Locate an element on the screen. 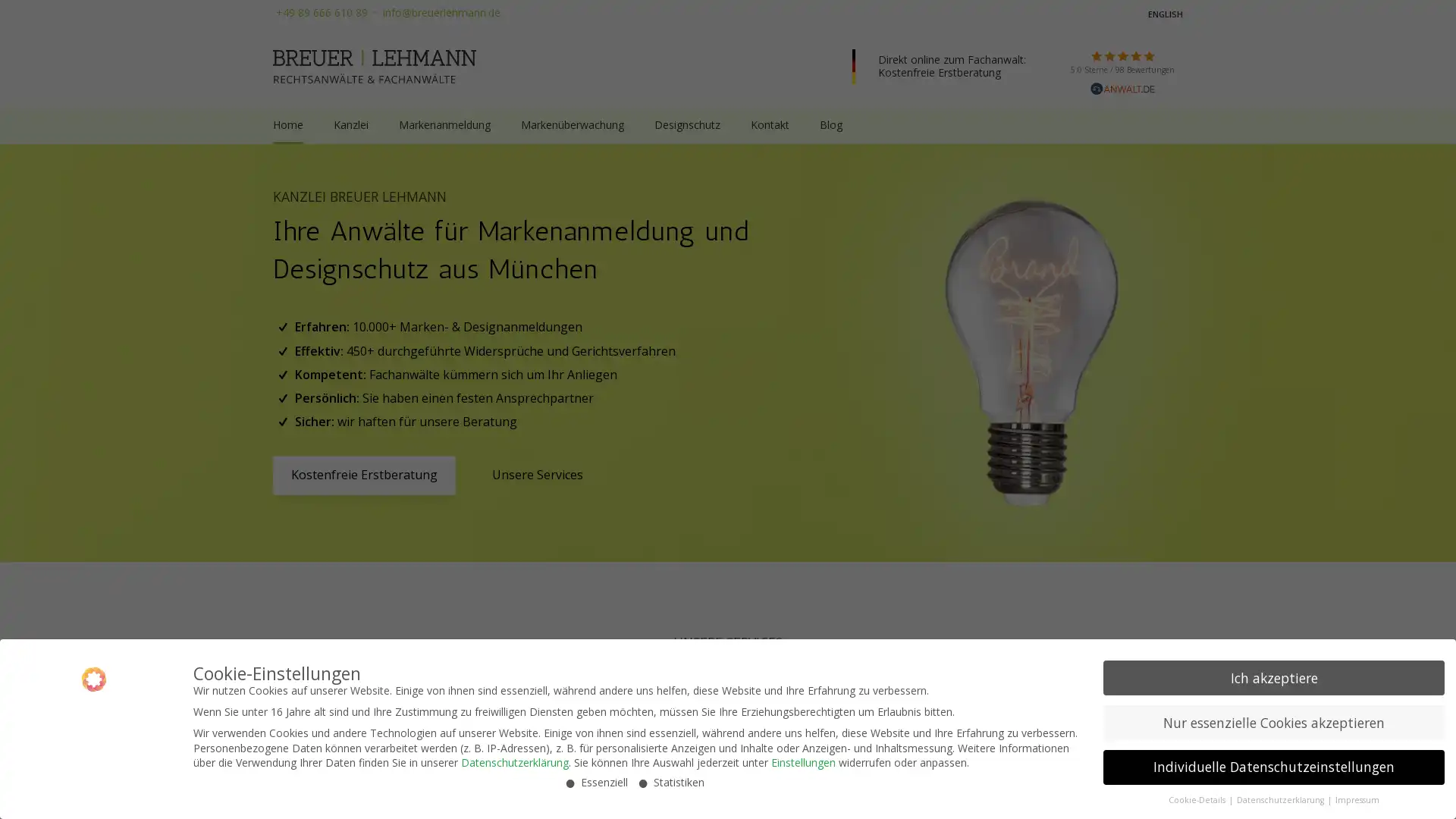  Cookie-Details is located at coordinates (1197, 799).